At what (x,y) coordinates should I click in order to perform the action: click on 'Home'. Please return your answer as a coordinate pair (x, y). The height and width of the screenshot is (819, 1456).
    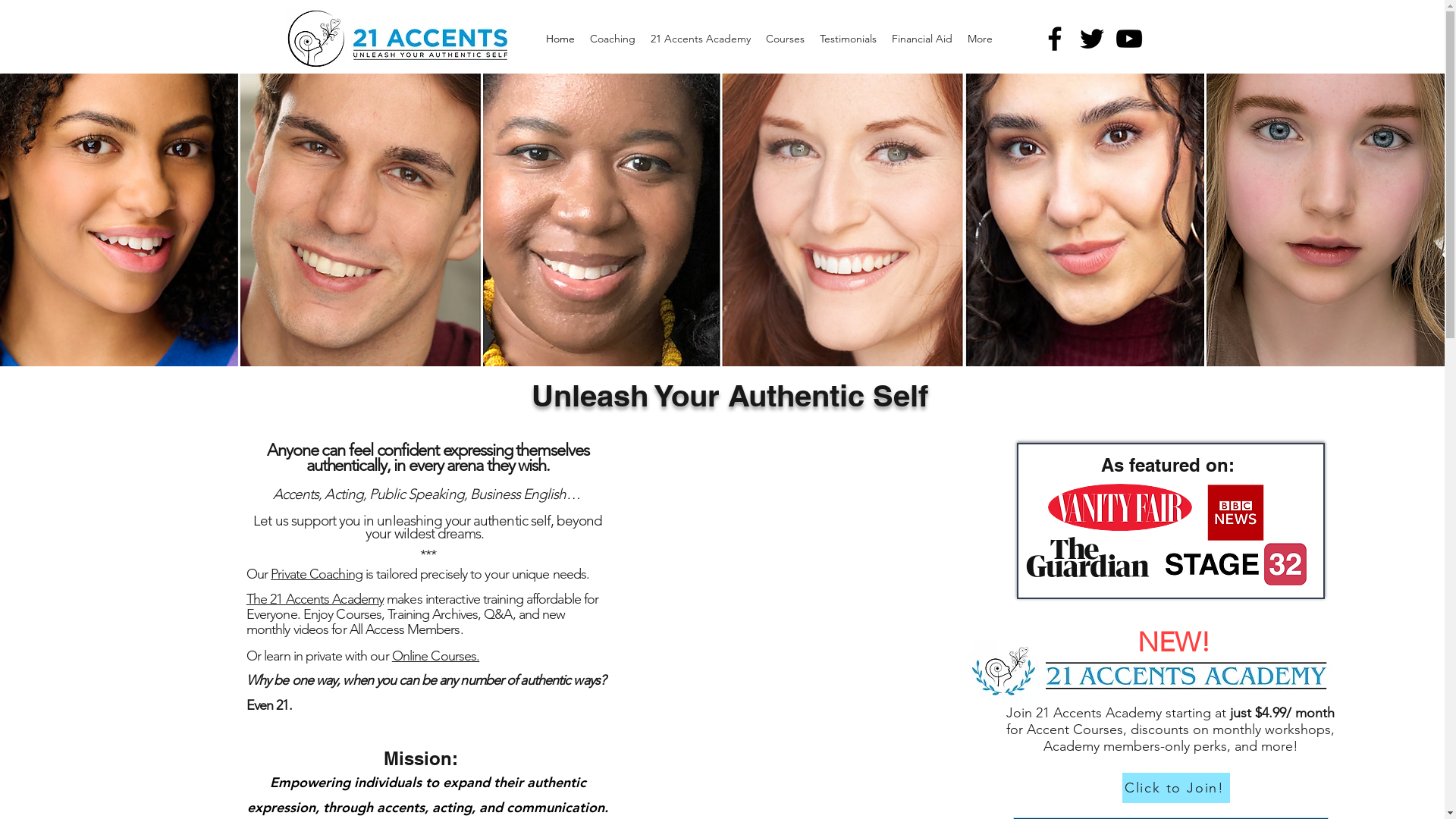
    Looking at the image, I should click on (560, 37).